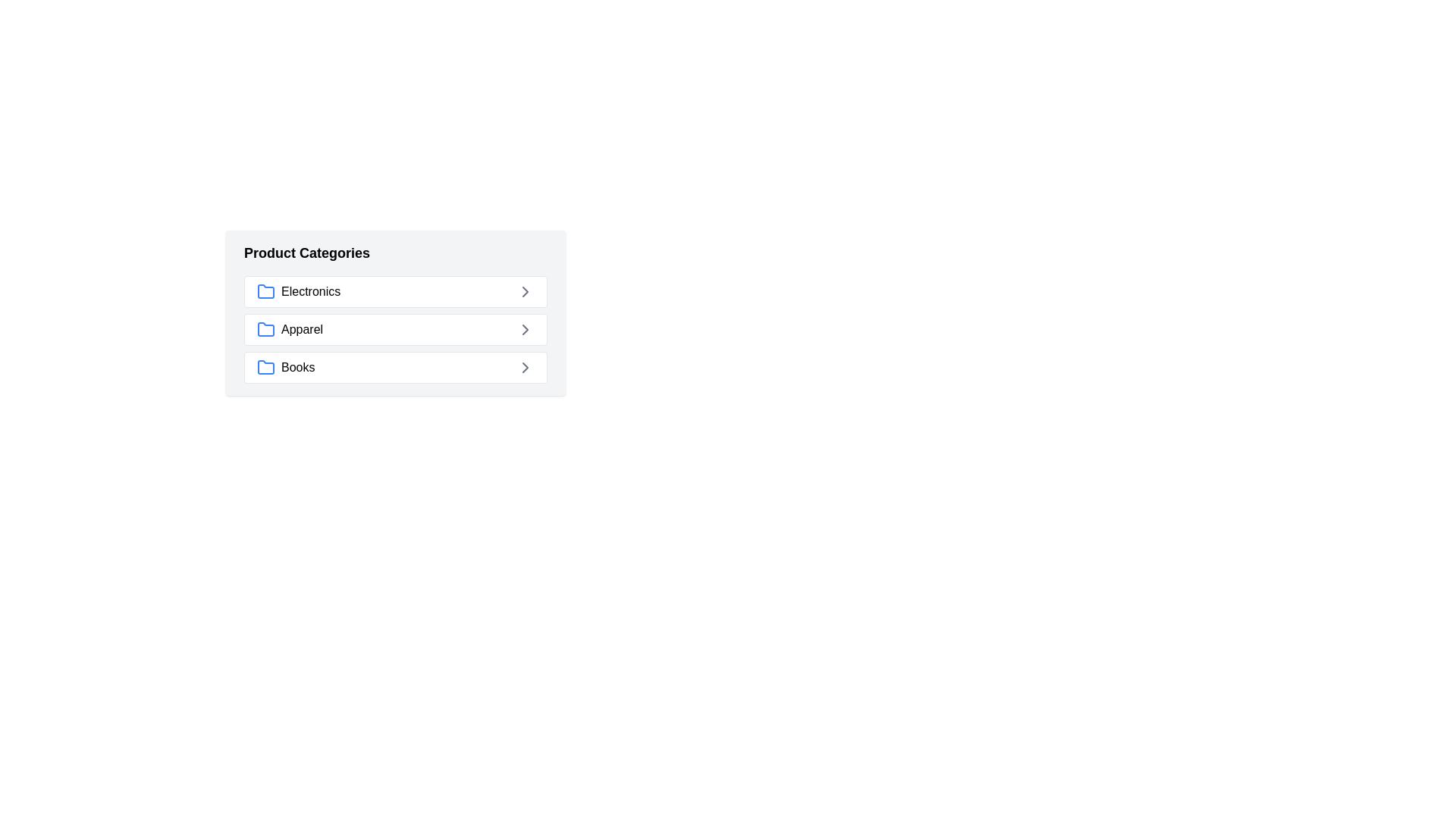  I want to click on the blue sketched folder icon representing the 'Electronics' category, located next to the text 'Electronics' in the topmost entry of the category list, so click(265, 291).